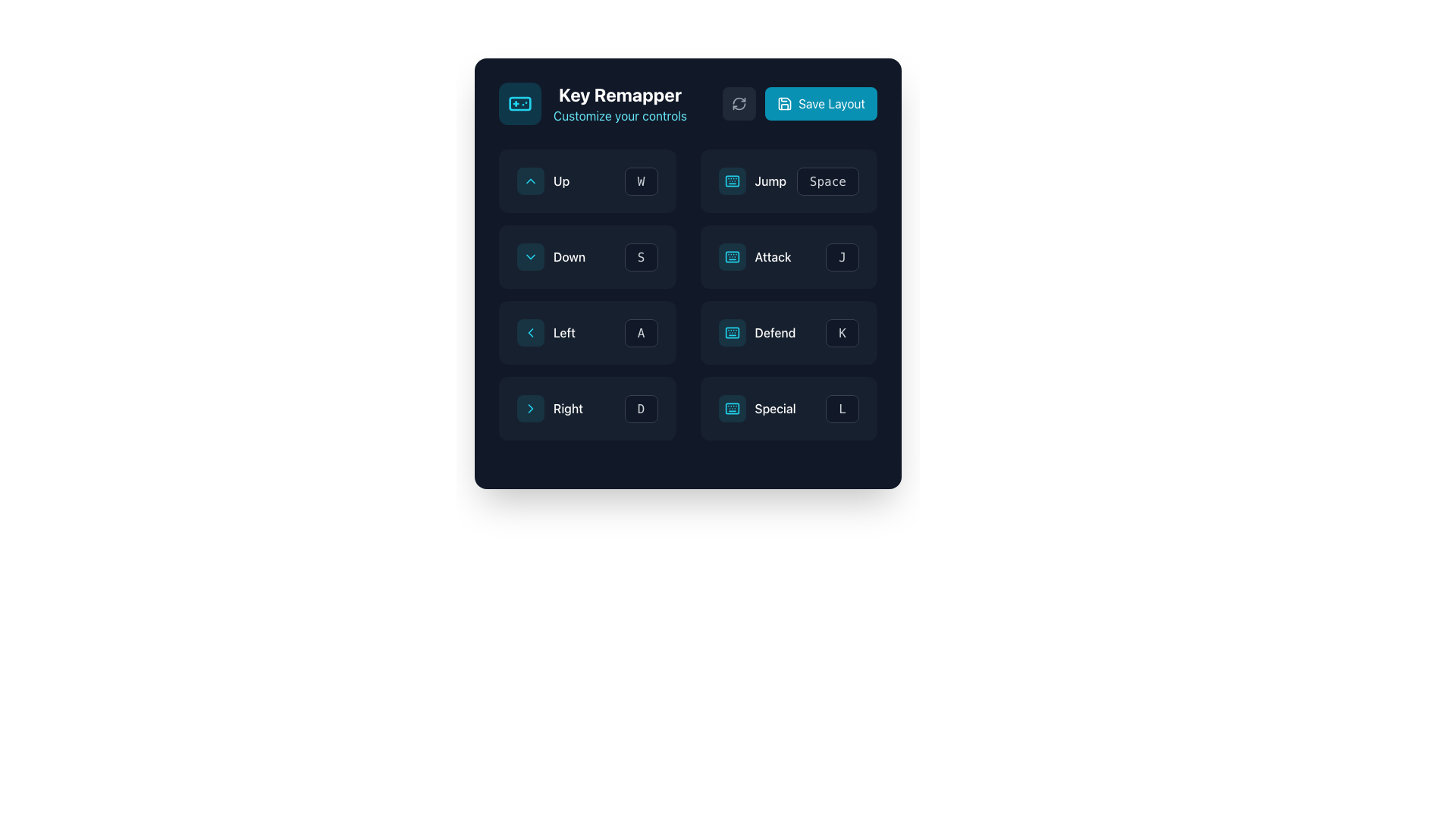 The width and height of the screenshot is (1456, 819). What do you see at coordinates (620, 94) in the screenshot?
I see `the title or heading label that indicates the purpose of the application, positioned above the text 'Customize your controls'` at bounding box center [620, 94].